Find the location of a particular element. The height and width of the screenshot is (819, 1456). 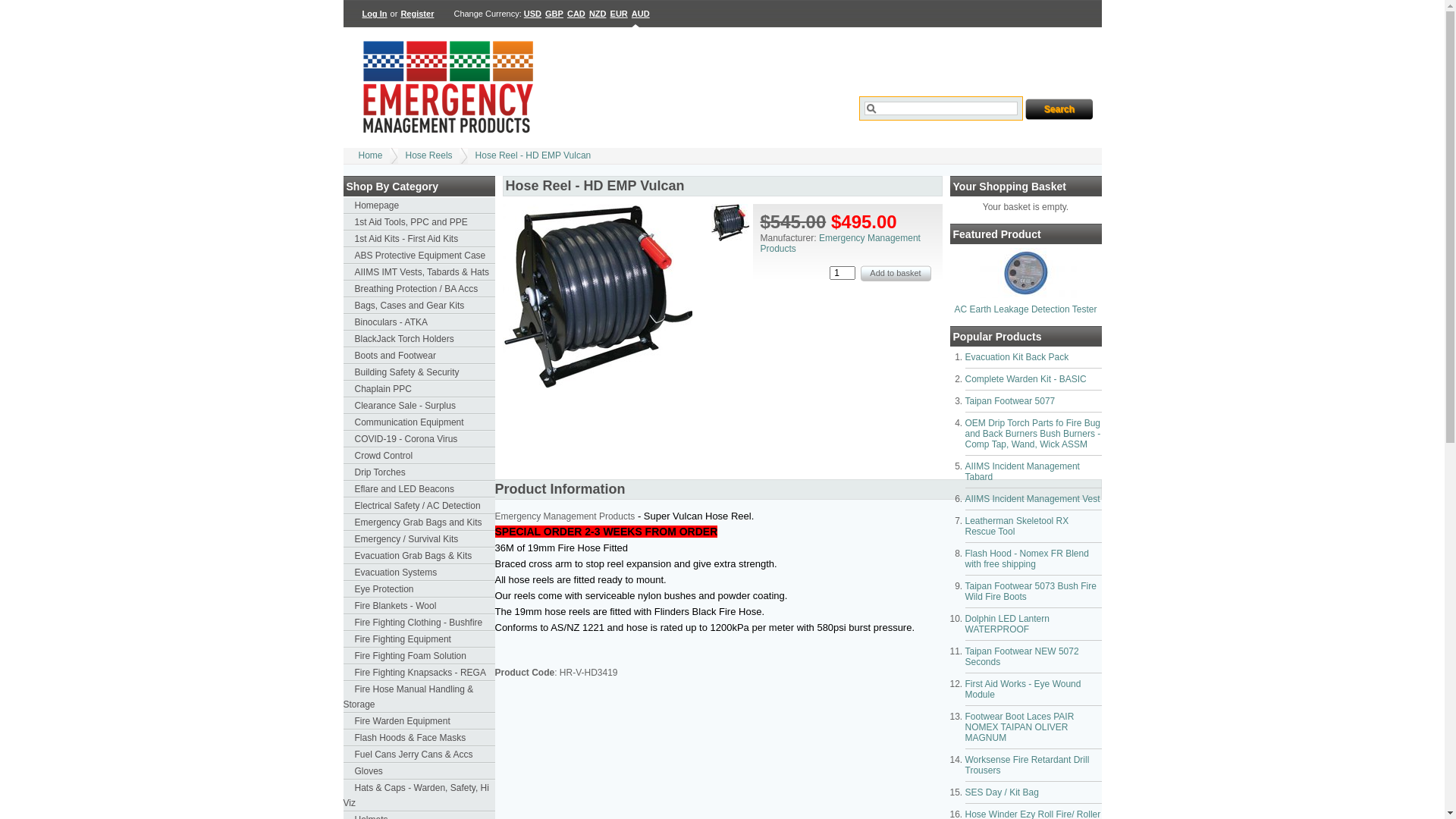

'1st Aid Kits - First Aid Kits' is located at coordinates (419, 239).